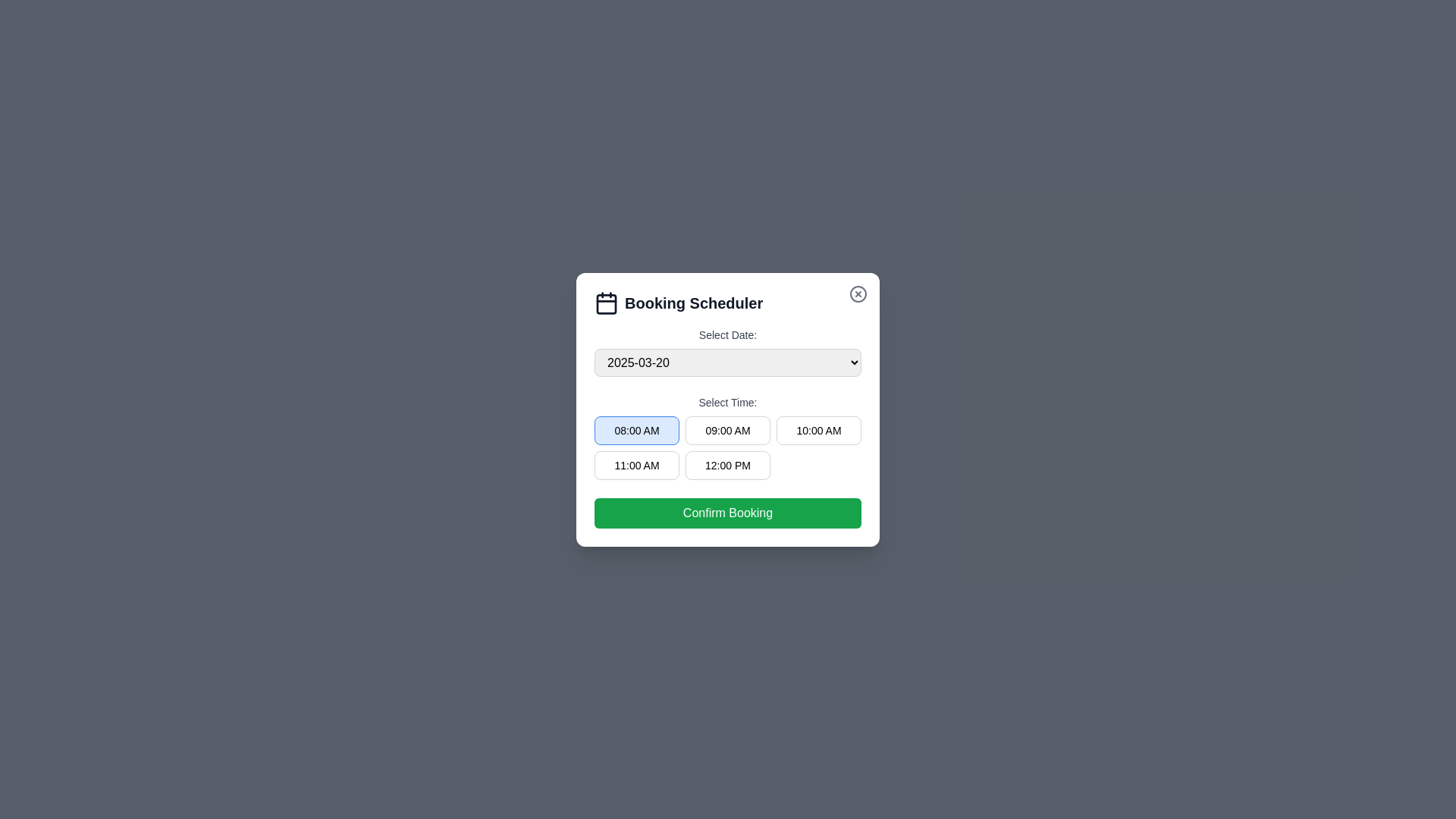 Image resolution: width=1456 pixels, height=819 pixels. Describe the element at coordinates (728, 430) in the screenshot. I see `the '09:00 AM' button in the scheduling interface` at that location.